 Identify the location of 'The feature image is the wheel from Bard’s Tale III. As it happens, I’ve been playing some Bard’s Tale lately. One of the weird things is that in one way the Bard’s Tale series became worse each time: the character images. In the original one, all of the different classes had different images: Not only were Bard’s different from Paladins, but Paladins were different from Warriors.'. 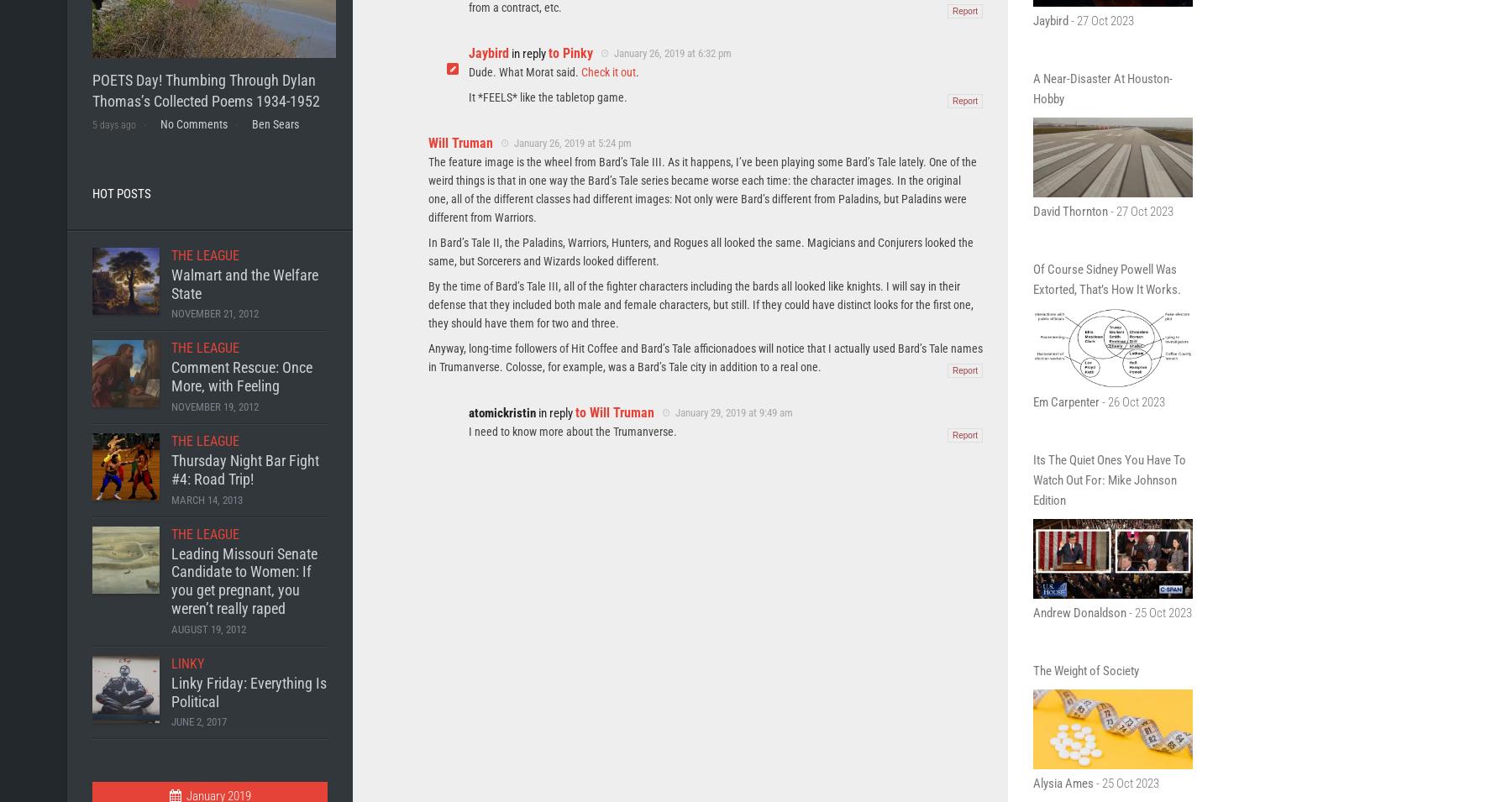
(702, 188).